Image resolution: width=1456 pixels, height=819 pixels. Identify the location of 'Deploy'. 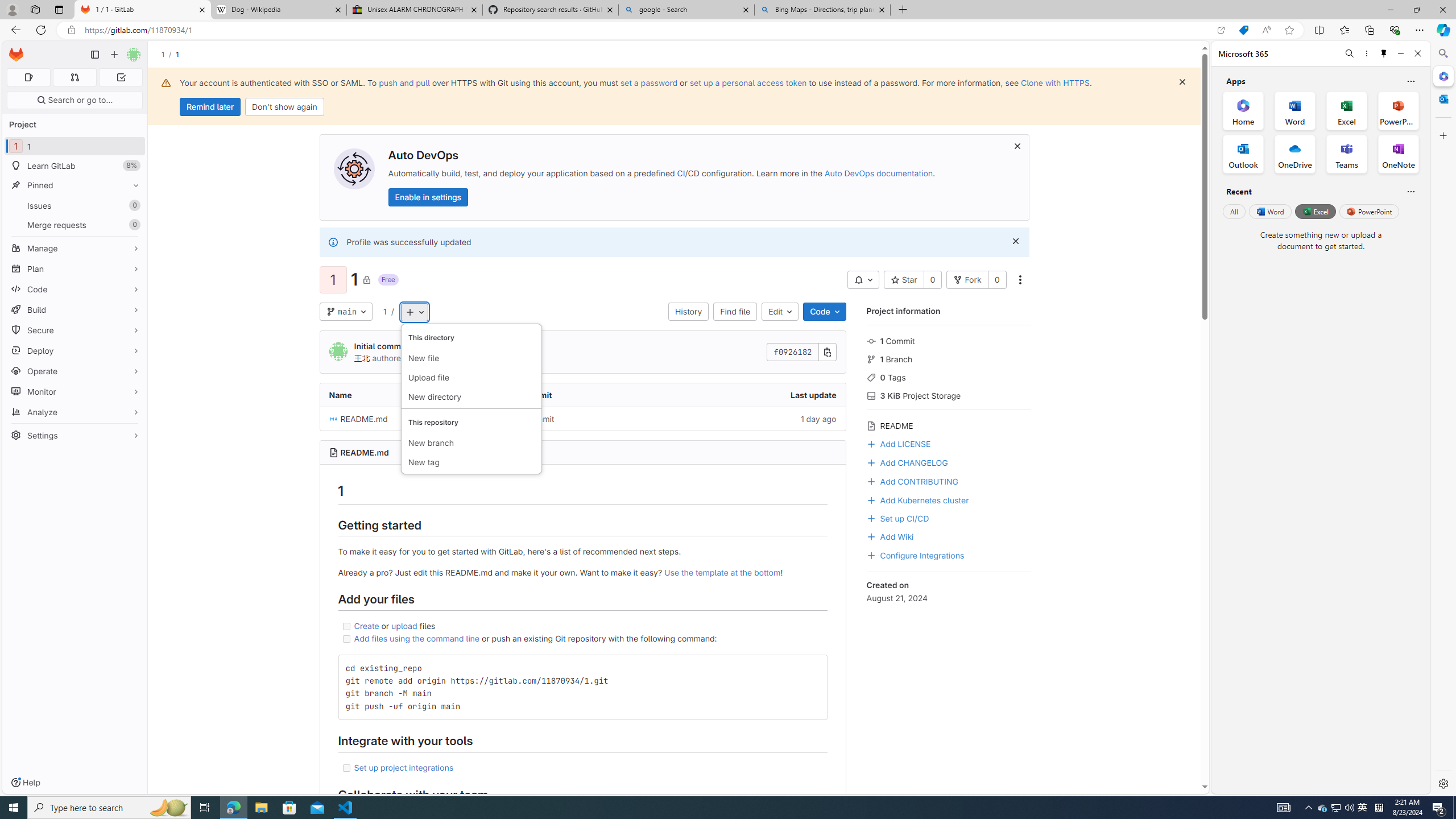
(74, 350).